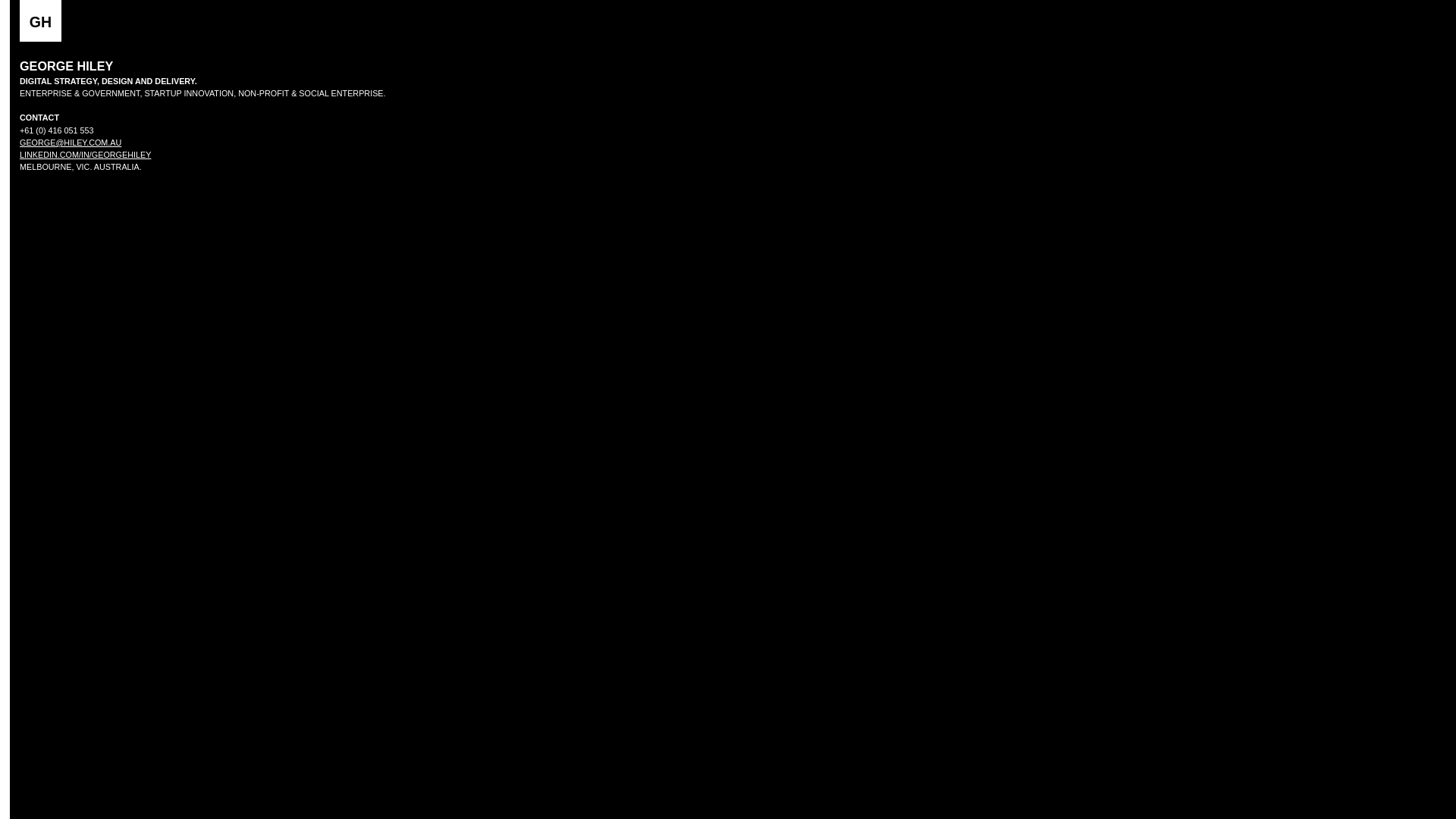 Image resolution: width=1456 pixels, height=819 pixels. Describe the element at coordinates (69, 143) in the screenshot. I see `'GEORGE@HILEY.COM.AU'` at that location.